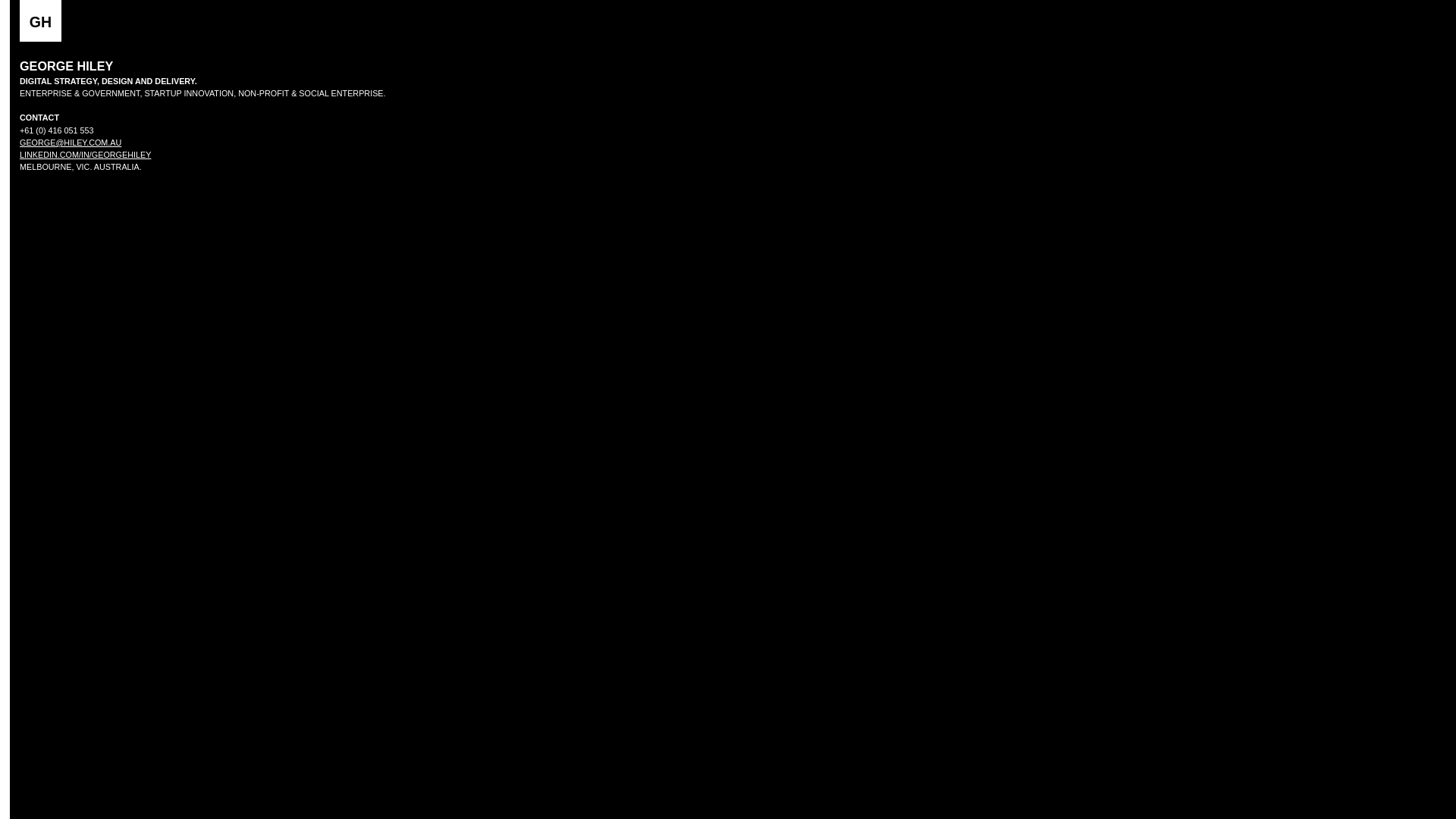 Image resolution: width=1456 pixels, height=819 pixels. Describe the element at coordinates (69, 143) in the screenshot. I see `'GEORGE@HILEY.COM.AU'` at that location.